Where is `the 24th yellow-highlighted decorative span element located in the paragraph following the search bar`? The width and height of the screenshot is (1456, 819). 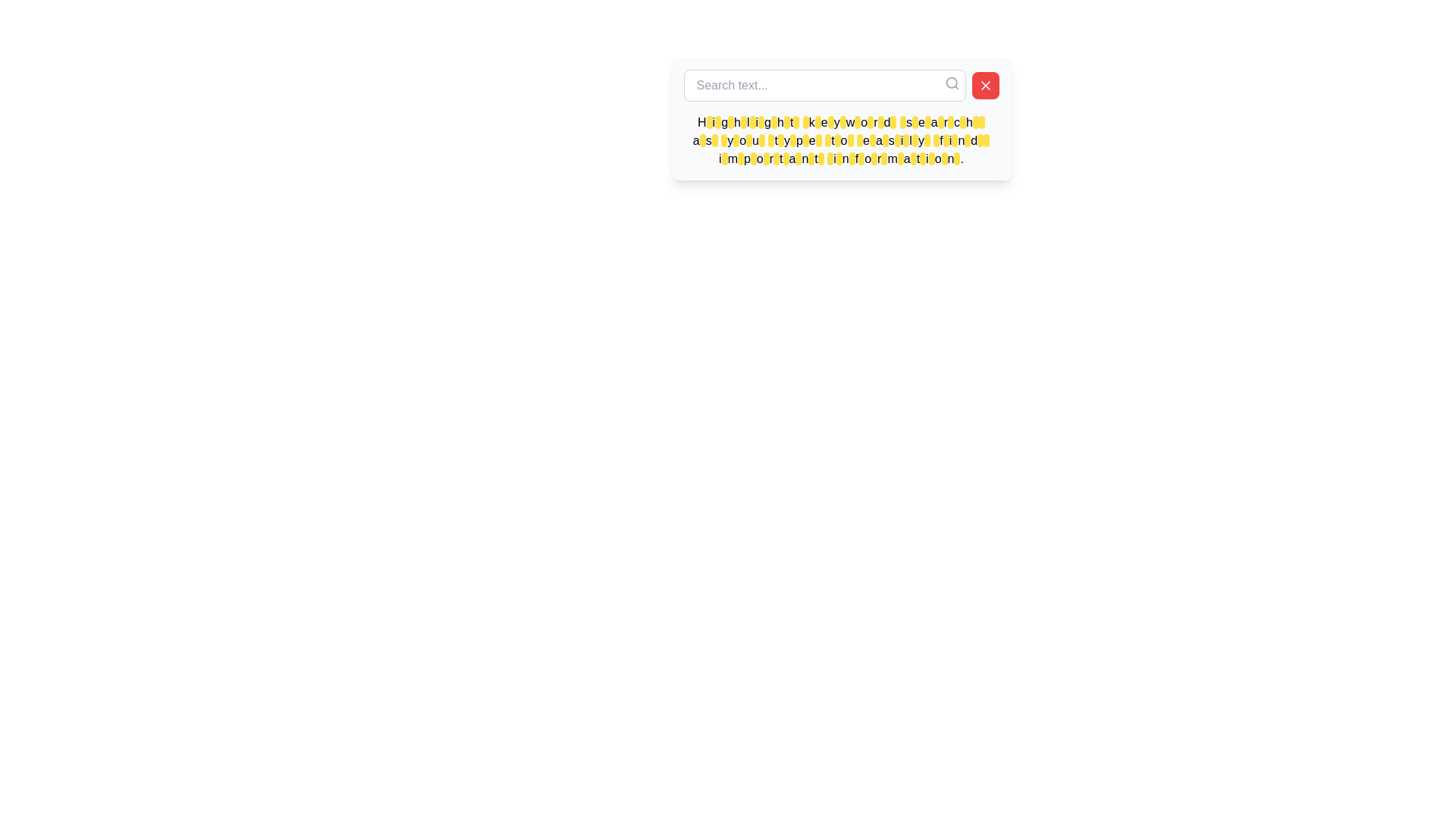
the 24th yellow-highlighted decorative span element located in the paragraph following the search bar is located at coordinates (962, 121).